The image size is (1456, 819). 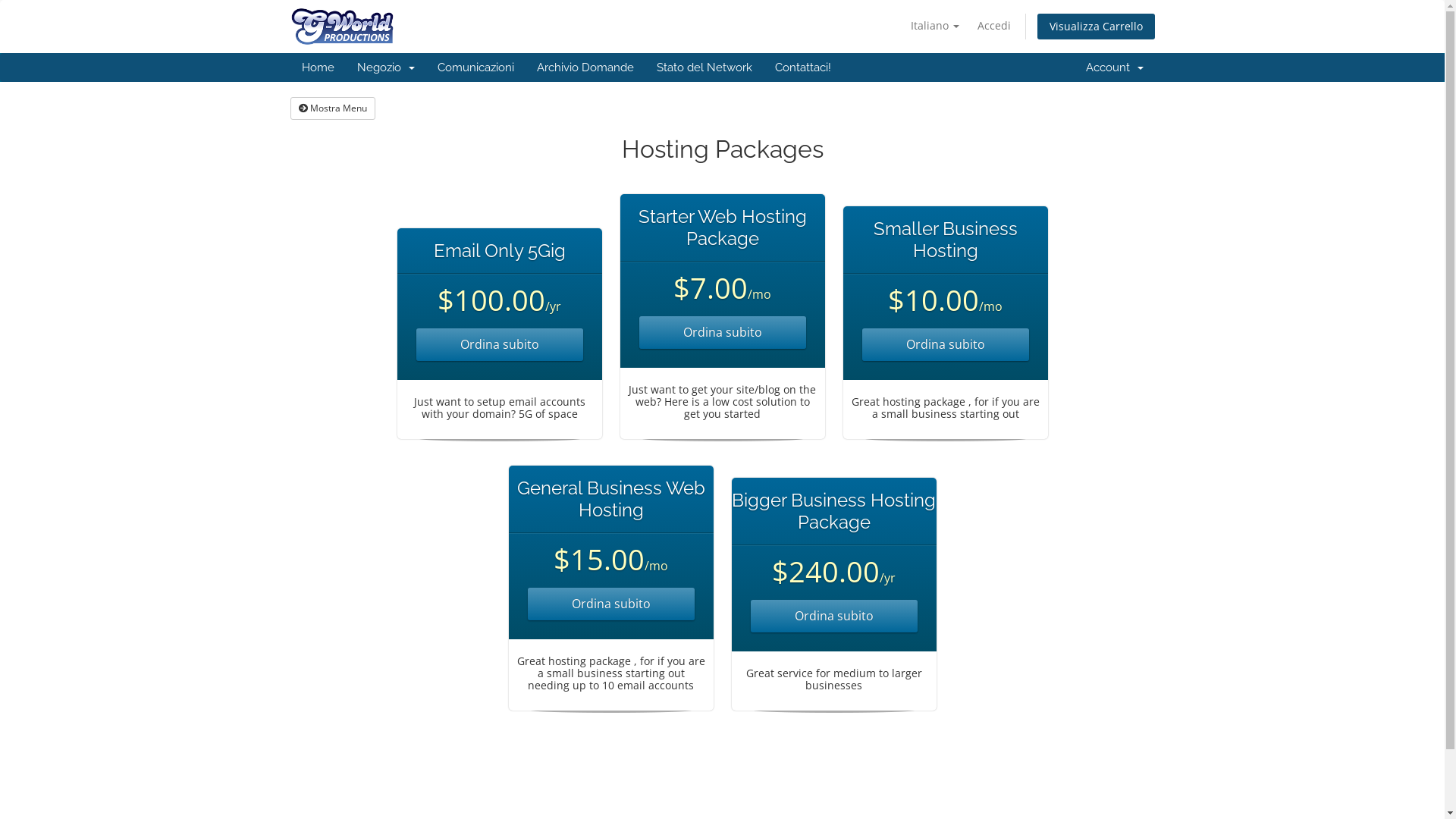 I want to click on 'Visualizza Carrello', so click(x=1096, y=26).